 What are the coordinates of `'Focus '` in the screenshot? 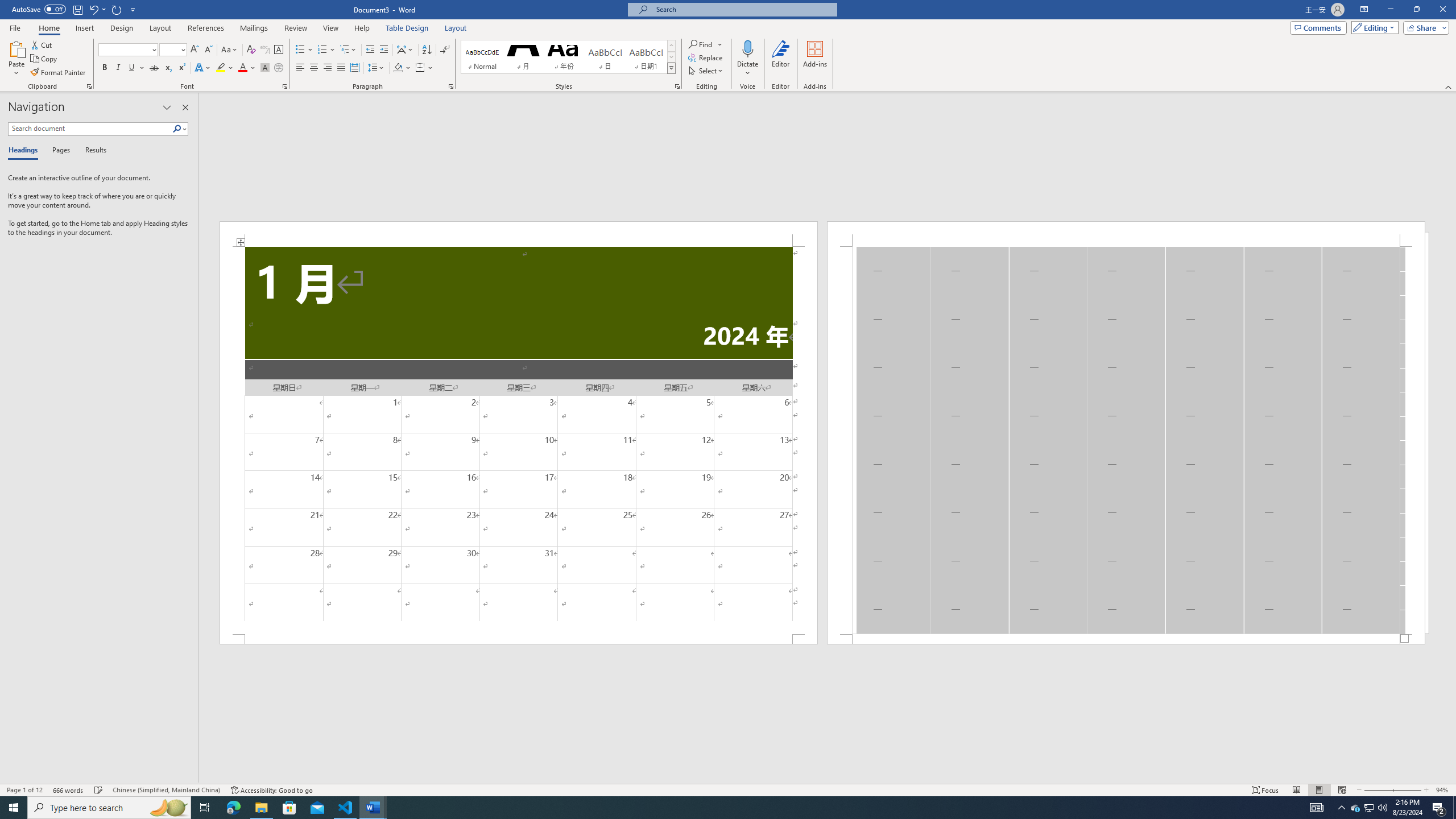 It's located at (1265, 790).